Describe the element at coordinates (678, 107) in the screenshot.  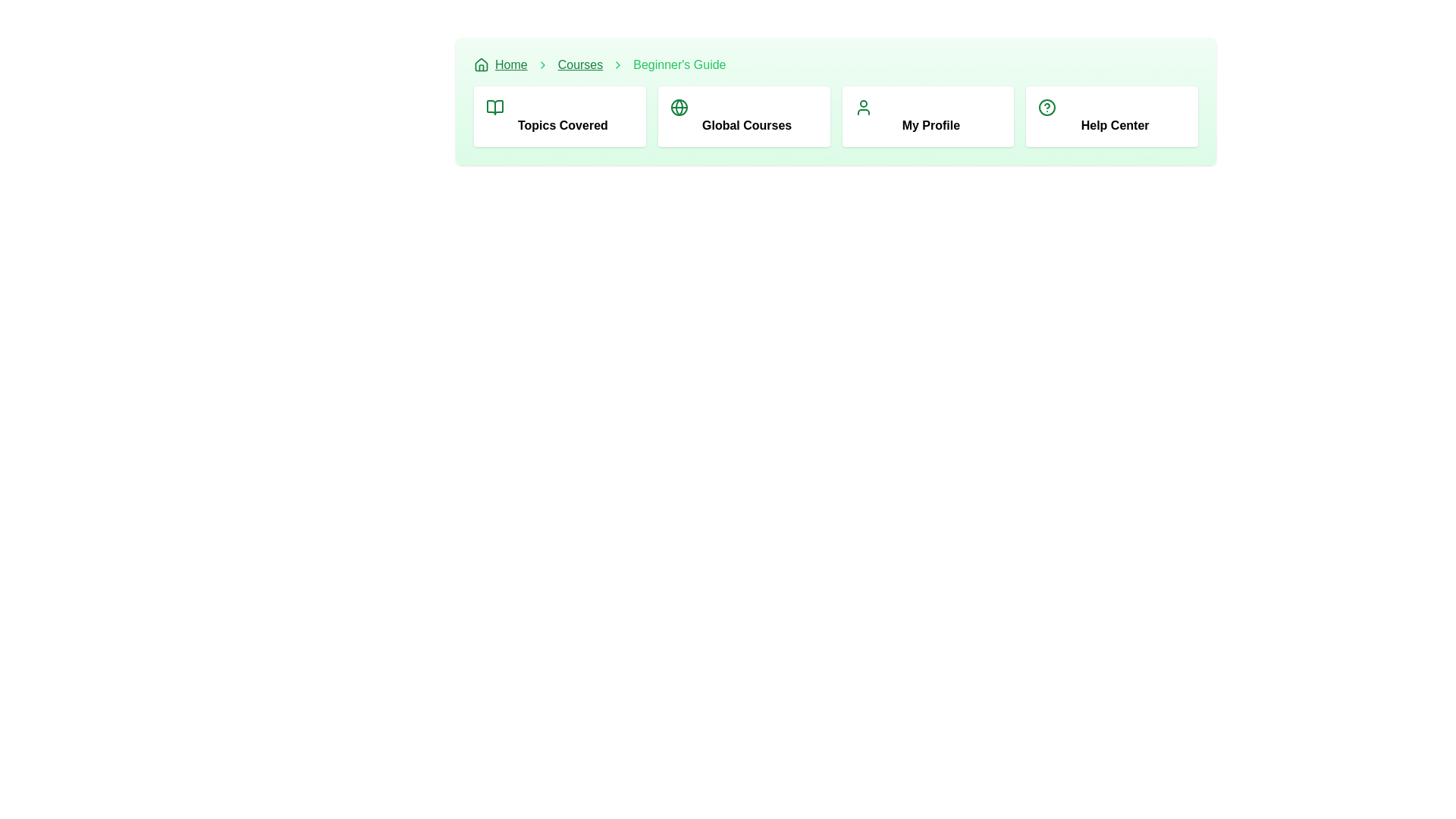
I see `the circular globe icon with a green stroke located in the upper portion of the 'Global Courses' card, which is the second card from the left in a row of options` at that location.